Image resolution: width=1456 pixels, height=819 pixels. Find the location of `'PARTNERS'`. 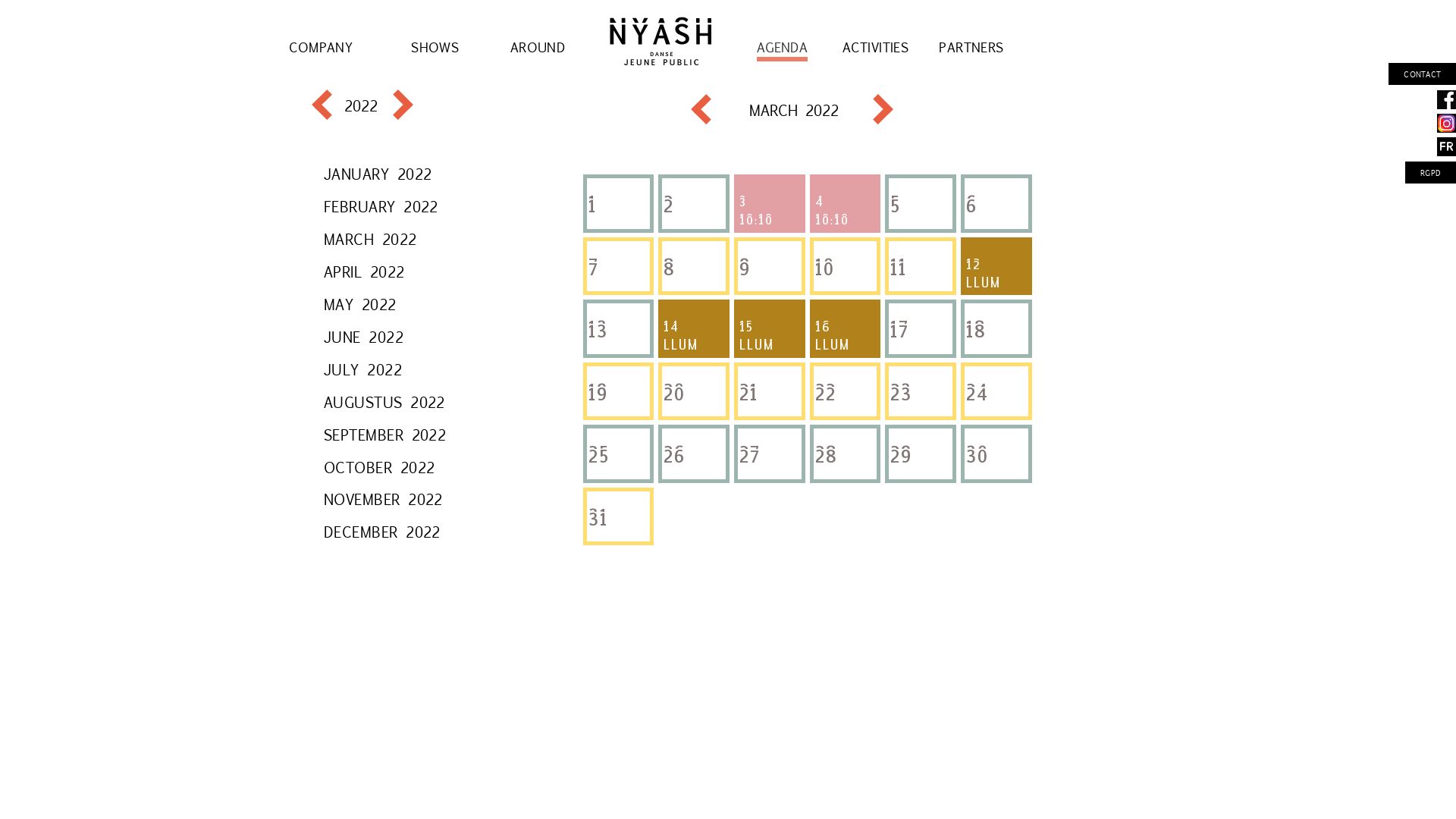

'PARTNERS' is located at coordinates (971, 45).